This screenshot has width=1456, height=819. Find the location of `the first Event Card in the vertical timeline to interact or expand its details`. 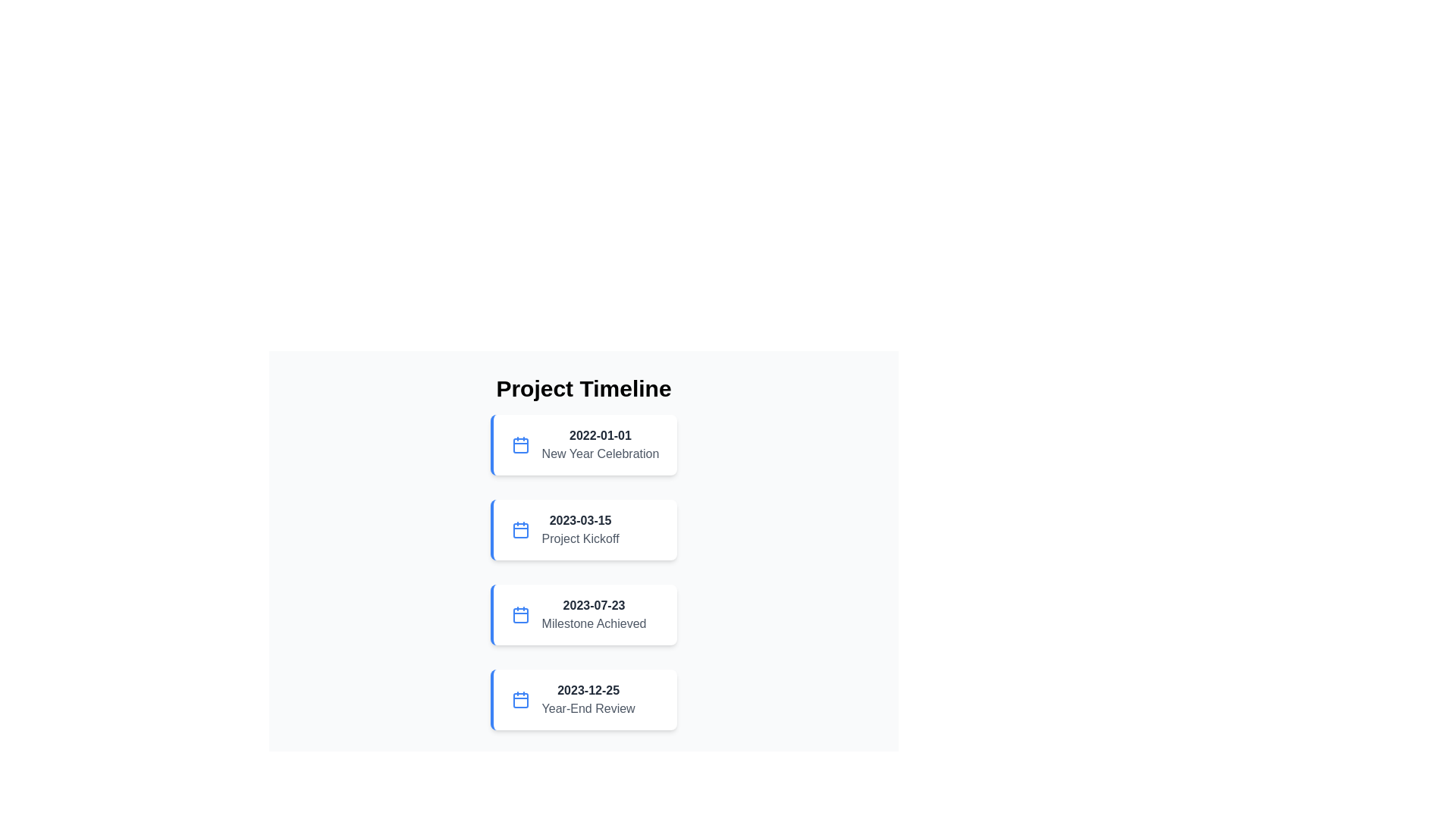

the first Event Card in the vertical timeline to interact or expand its details is located at coordinates (582, 444).